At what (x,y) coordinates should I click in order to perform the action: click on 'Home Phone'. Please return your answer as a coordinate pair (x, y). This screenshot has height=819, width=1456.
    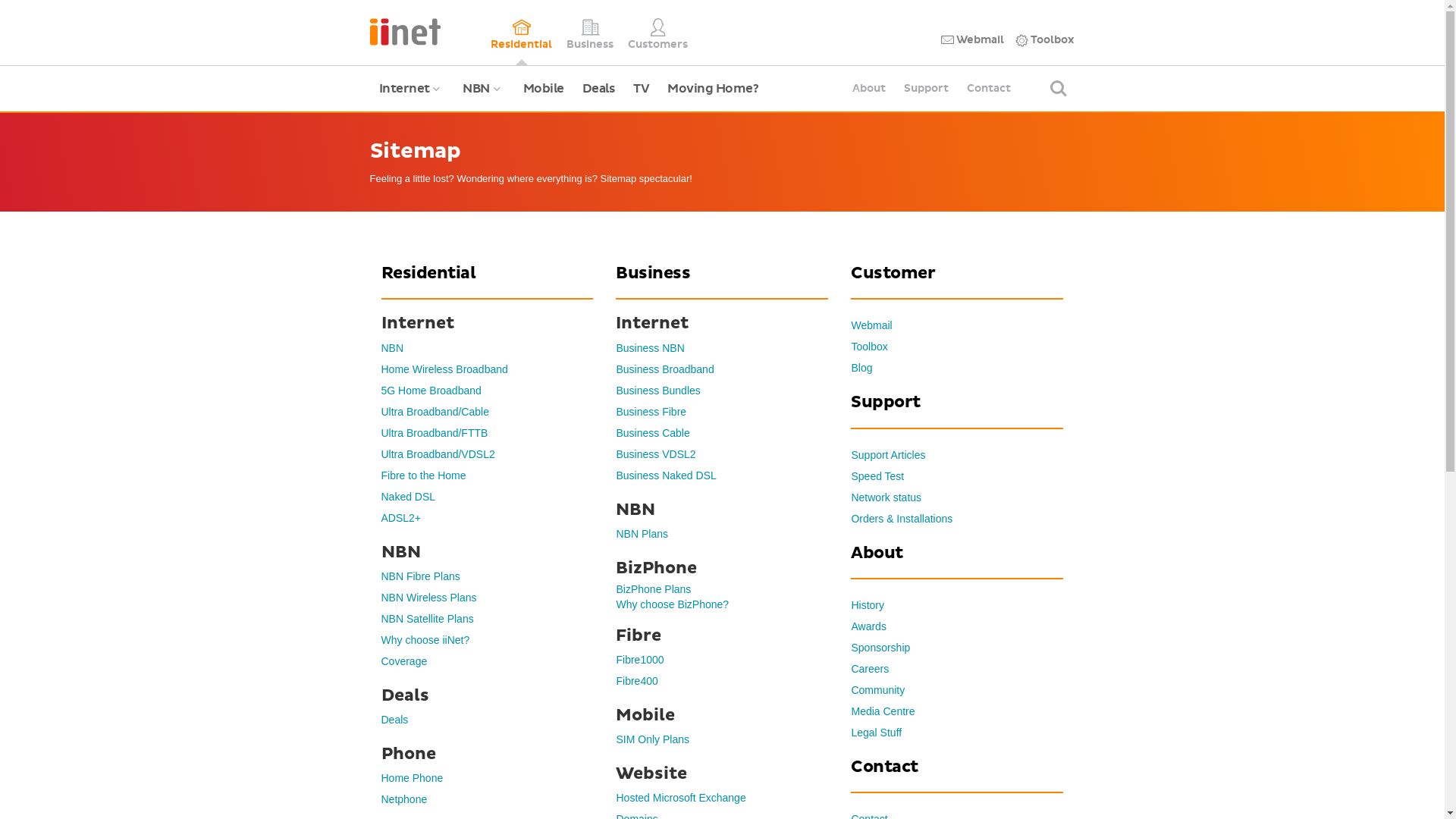
    Looking at the image, I should click on (411, 778).